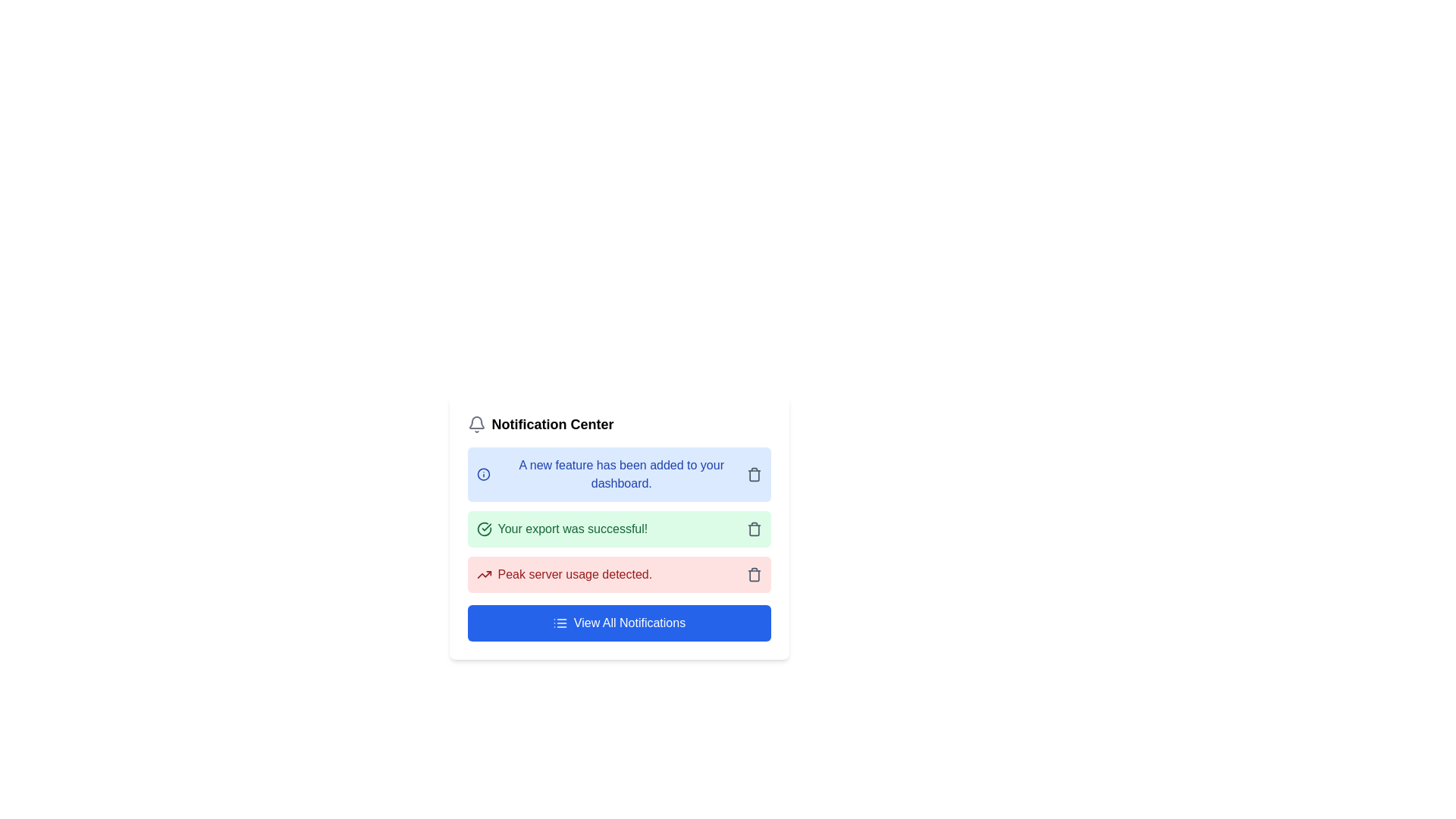 This screenshot has height=819, width=1456. I want to click on the static text element labeled 'Notification Center', which is styled prominently with bold black text and is positioned to the right of a bell icon in the notification panel header, so click(552, 424).